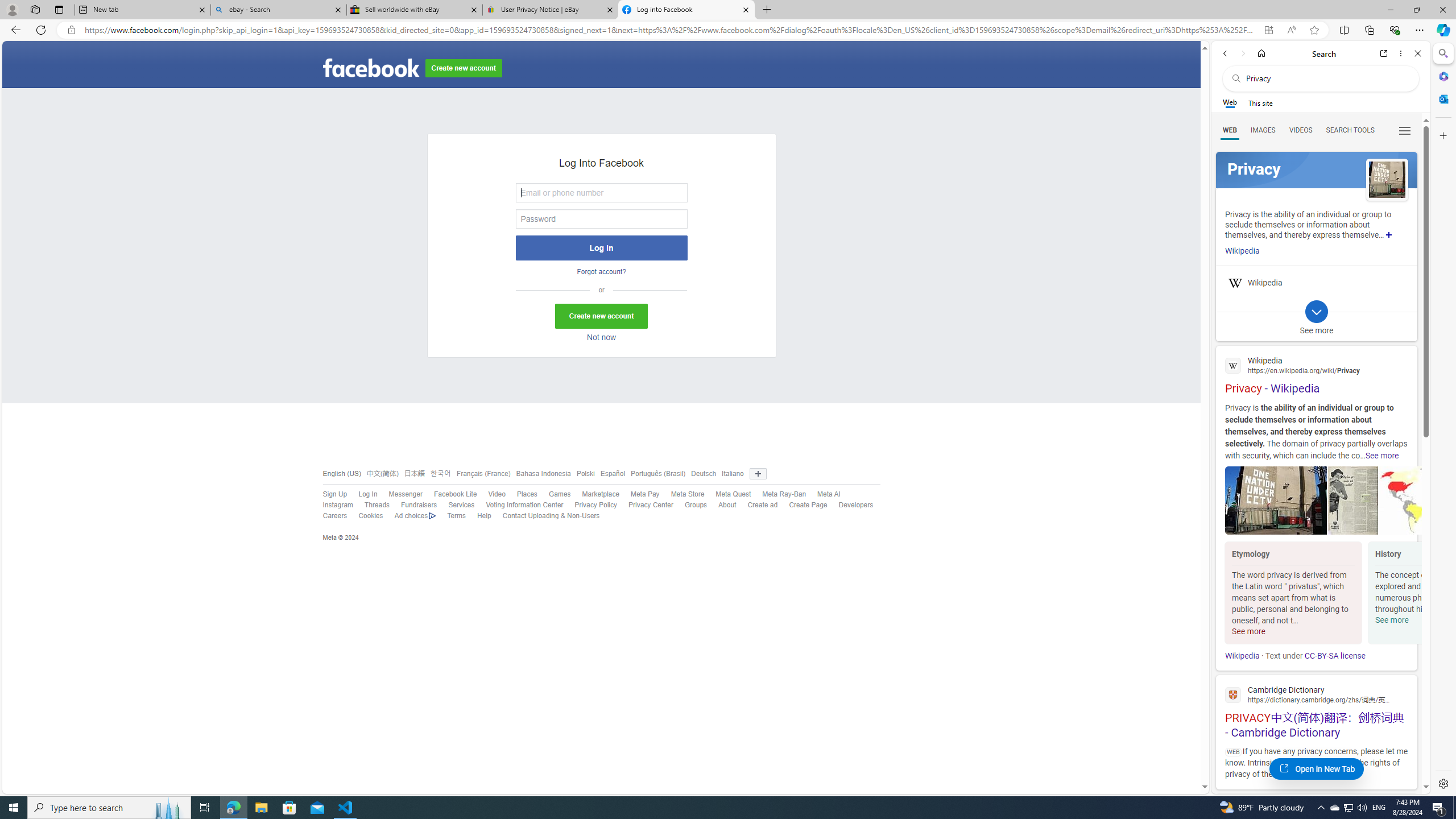 Image resolution: width=1456 pixels, height=819 pixels. What do you see at coordinates (689, 505) in the screenshot?
I see `'Groups'` at bounding box center [689, 505].